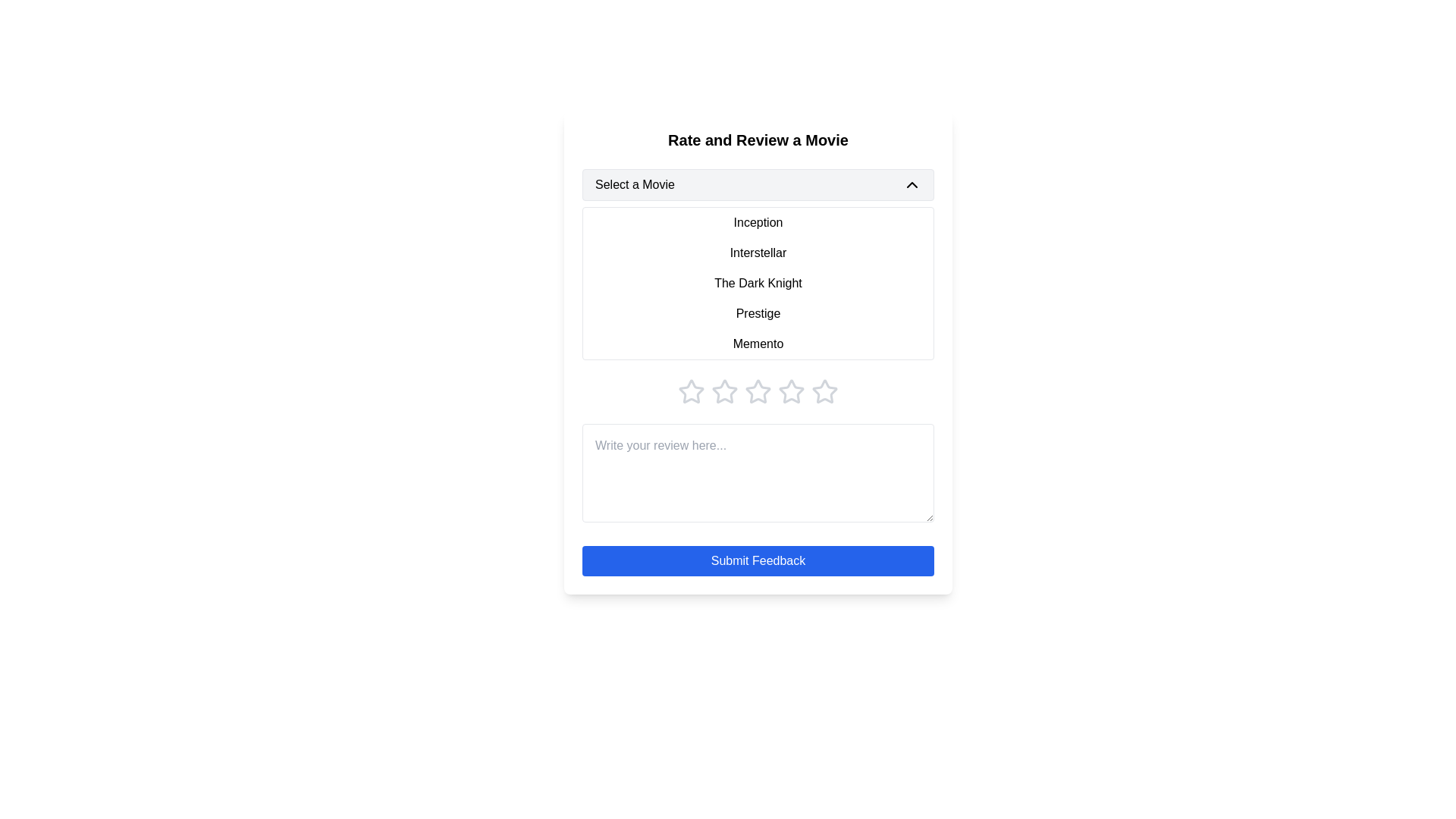  I want to click on to select the third star icon in a horizontal row of five, which is styled in gray and appears unselected, for rating, so click(723, 391).